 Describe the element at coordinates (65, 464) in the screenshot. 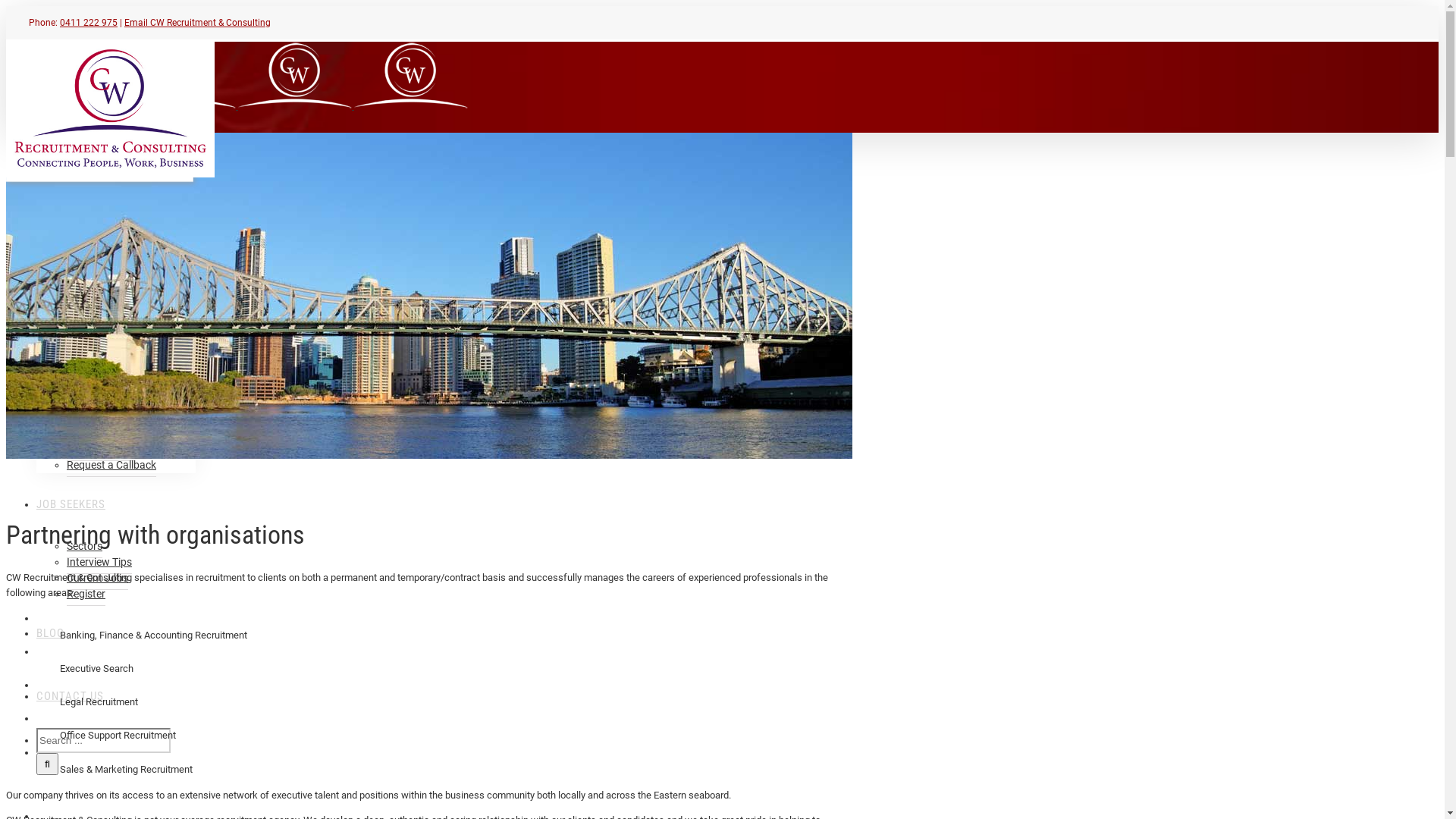

I see `'Request a Callback'` at that location.